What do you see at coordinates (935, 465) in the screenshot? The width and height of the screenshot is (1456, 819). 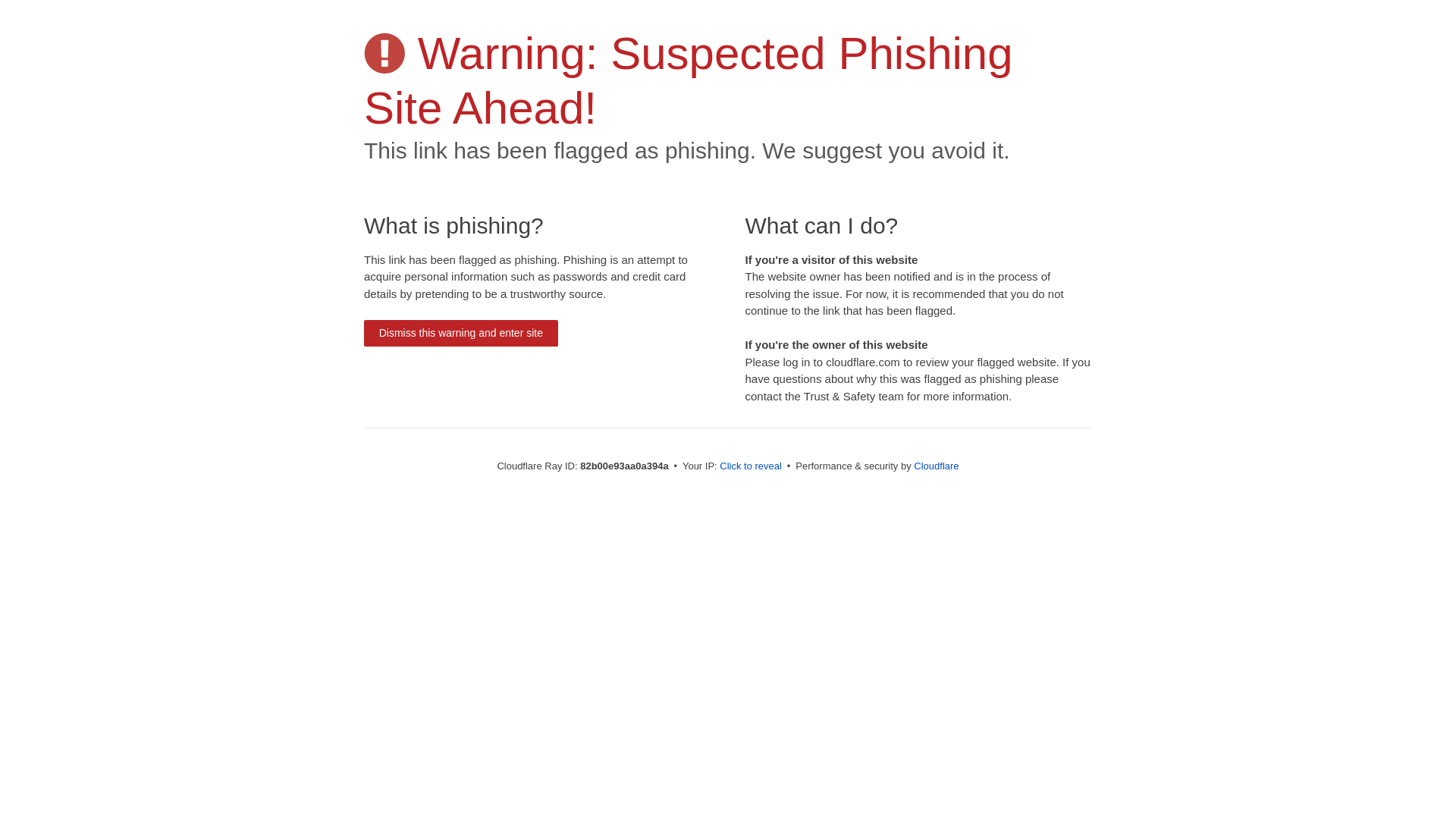 I see `'Cloudflare'` at bounding box center [935, 465].